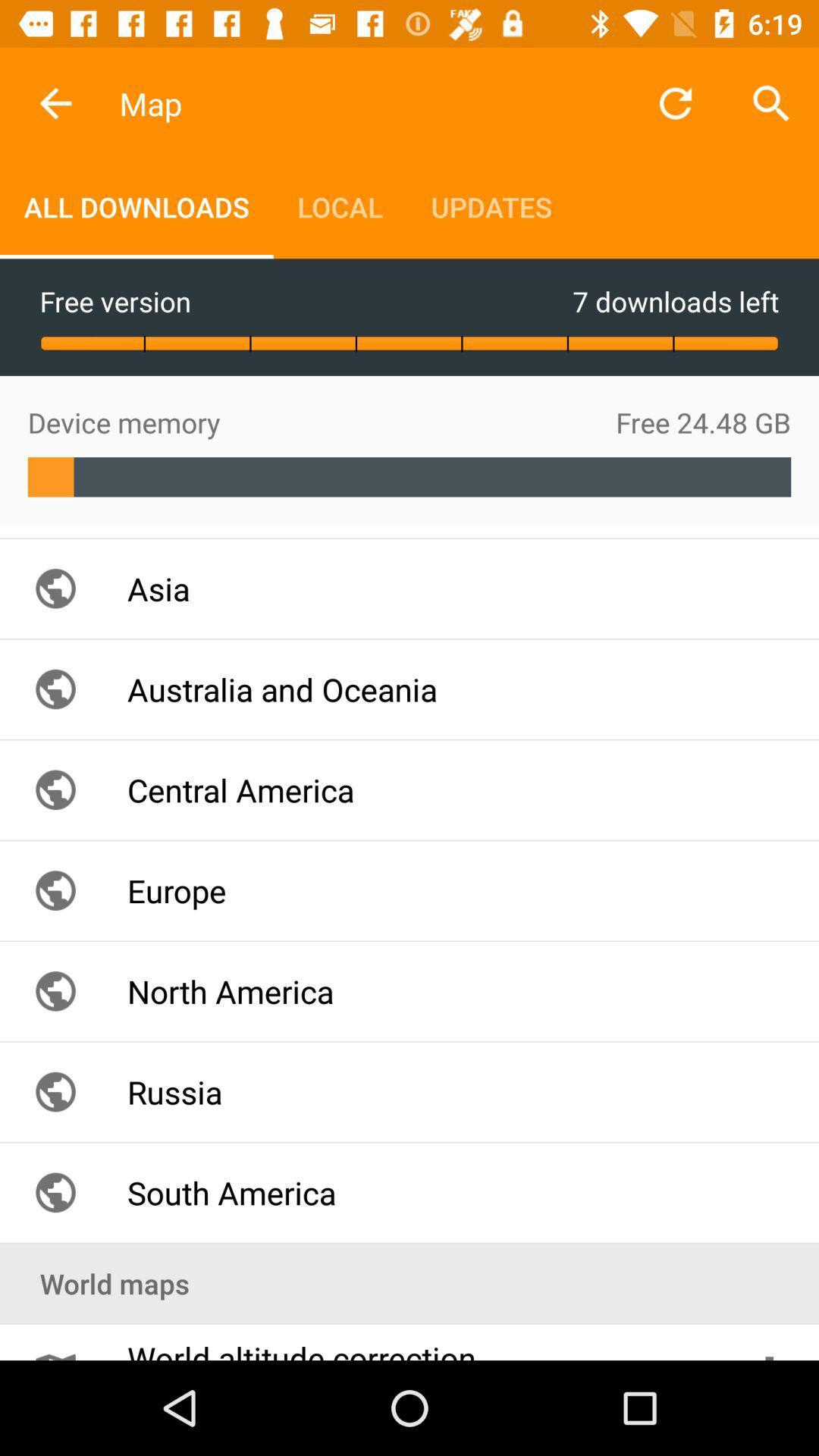  Describe the element at coordinates (136, 206) in the screenshot. I see `item next to local` at that location.